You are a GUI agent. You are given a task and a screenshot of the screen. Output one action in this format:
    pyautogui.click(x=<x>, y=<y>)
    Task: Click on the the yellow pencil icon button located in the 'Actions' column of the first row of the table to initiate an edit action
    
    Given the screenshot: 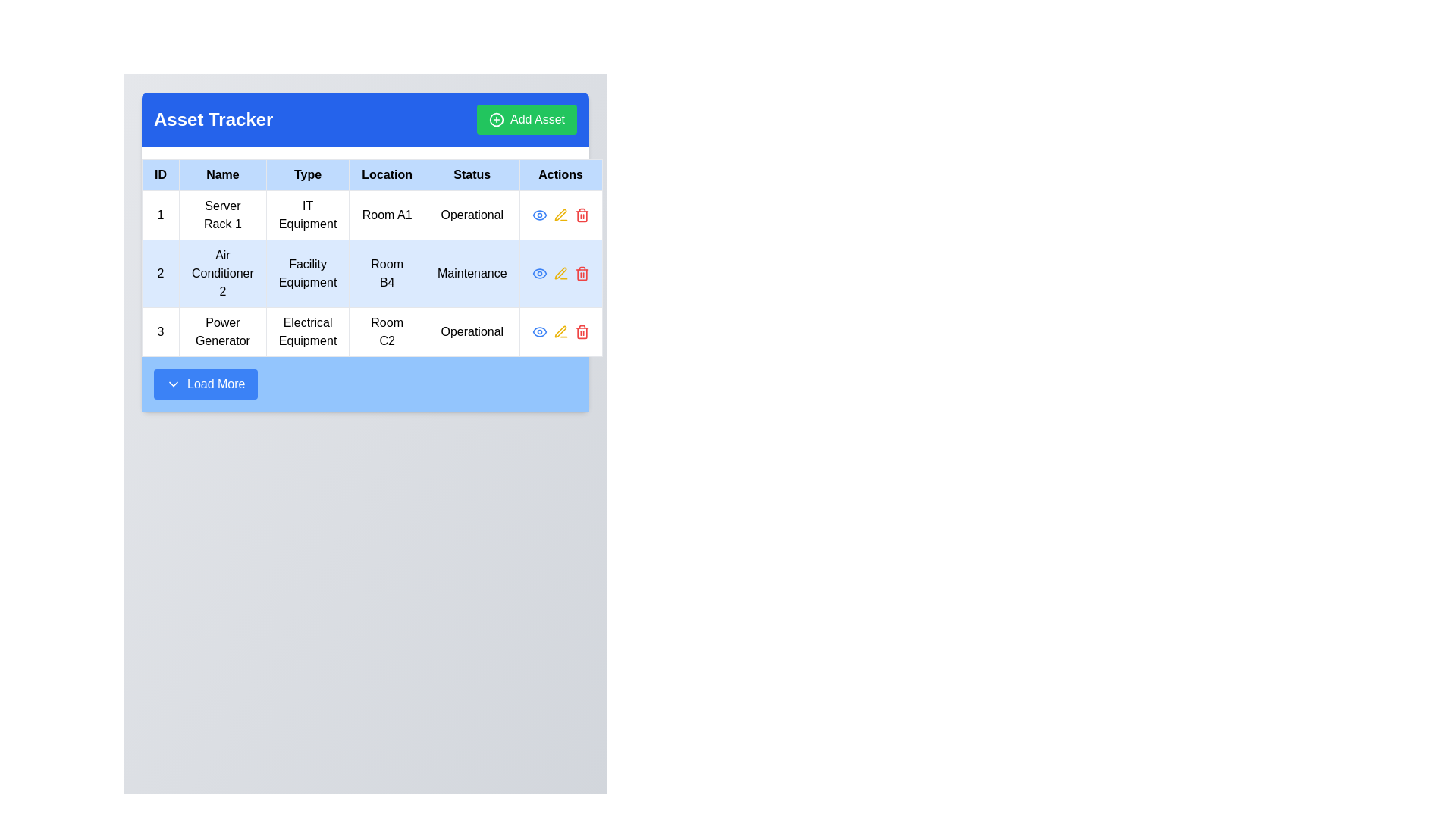 What is the action you would take?
    pyautogui.click(x=560, y=215)
    